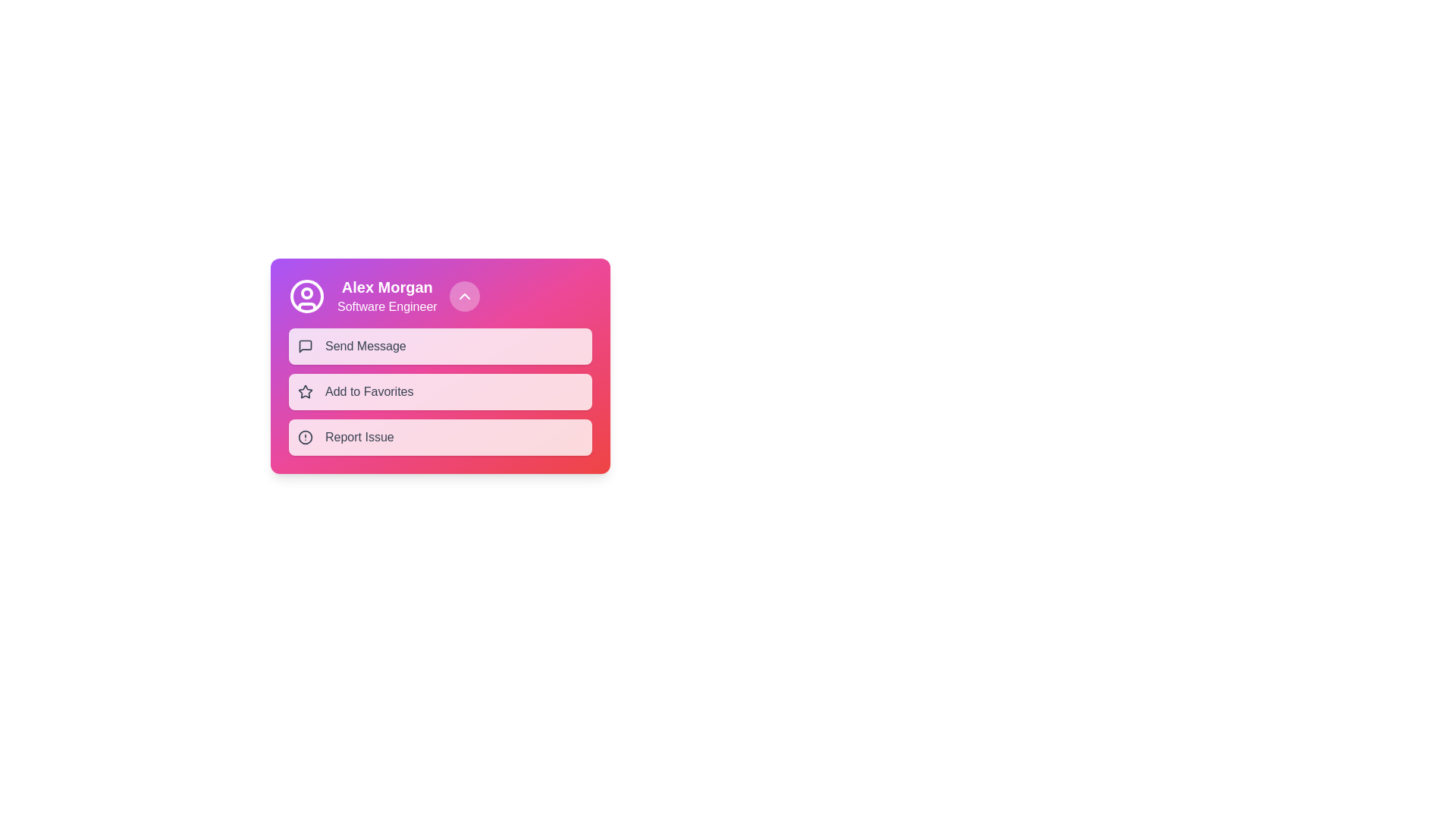 The image size is (1456, 819). I want to click on the 'Report Issue' text label, so click(359, 438).